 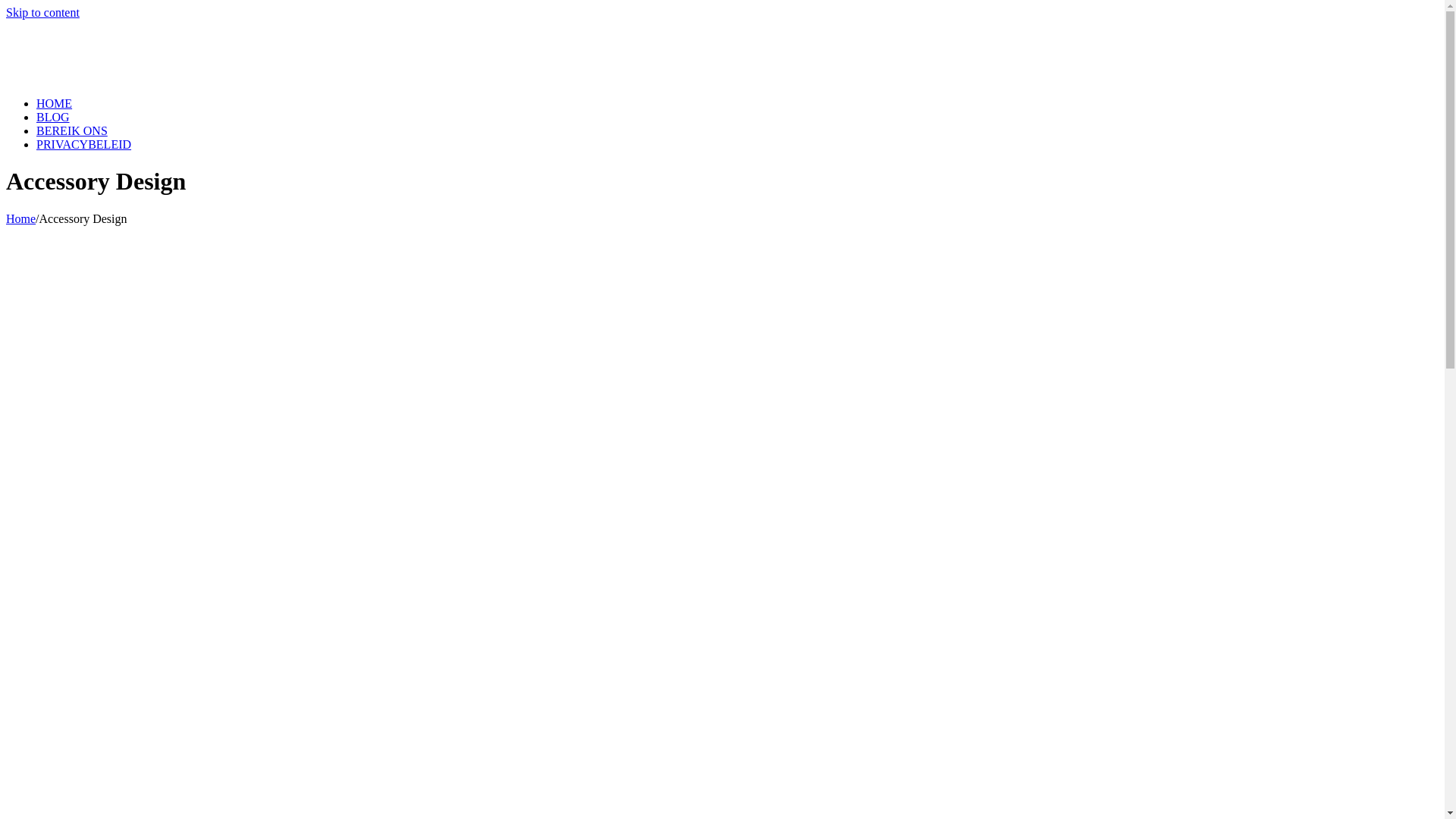 I want to click on 'HOME', so click(x=54, y=102).